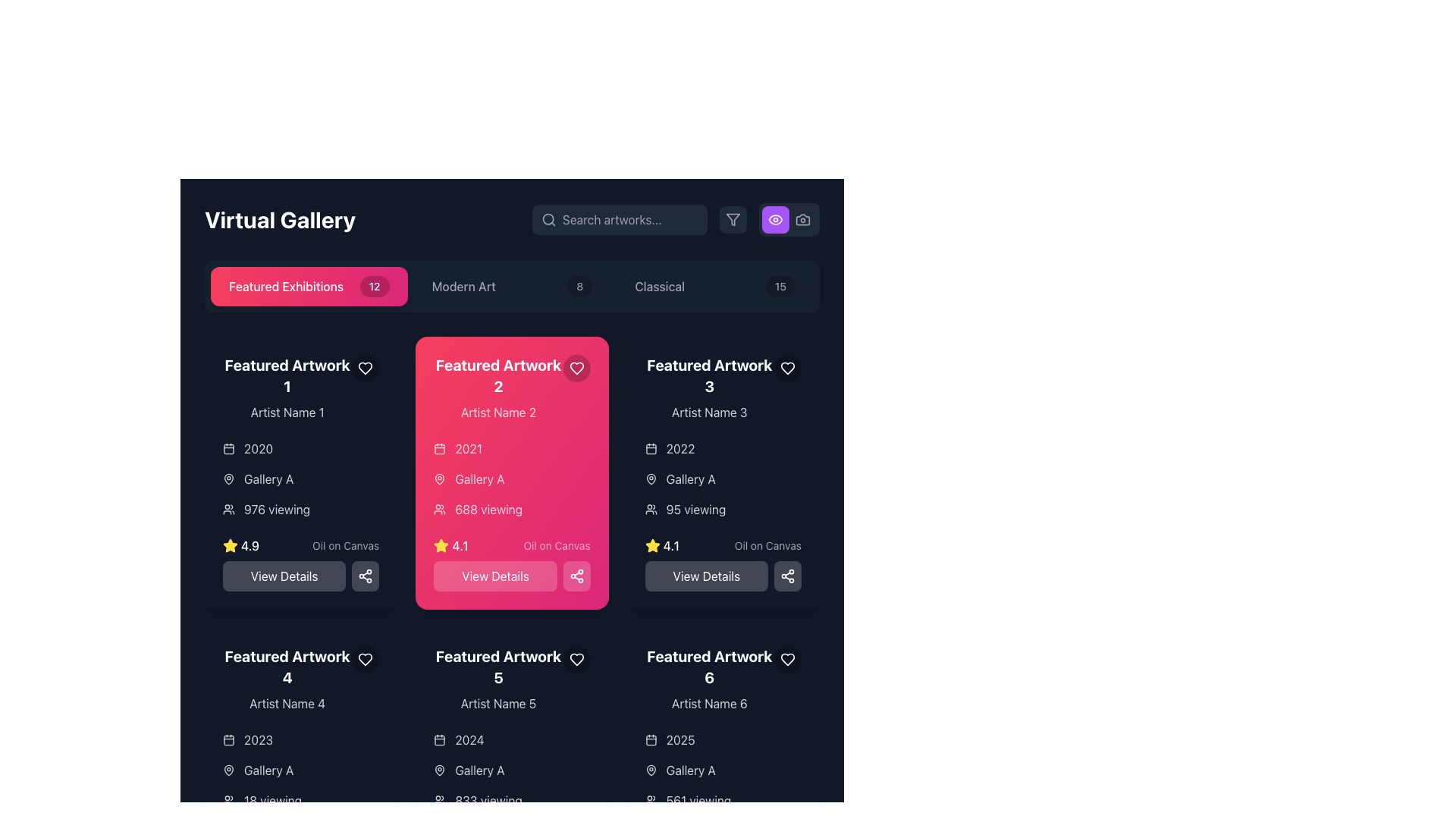 The height and width of the screenshot is (819, 1456). What do you see at coordinates (366, 576) in the screenshot?
I see `the share button located at the bottom right of the 'Featured Artwork 2' card to trigger a tooltip or visual effect` at bounding box center [366, 576].